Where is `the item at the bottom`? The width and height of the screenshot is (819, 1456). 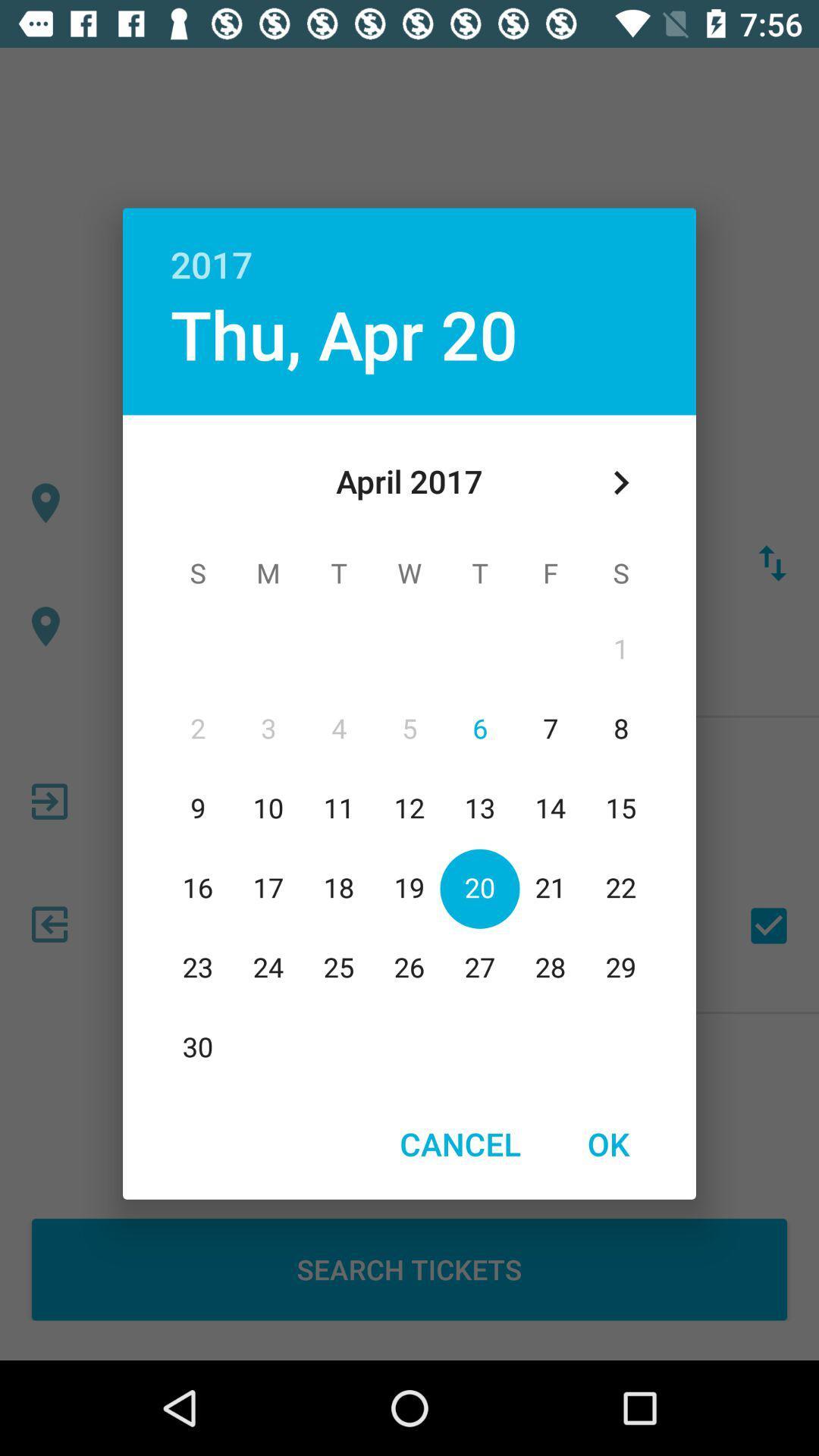 the item at the bottom is located at coordinates (460, 1144).